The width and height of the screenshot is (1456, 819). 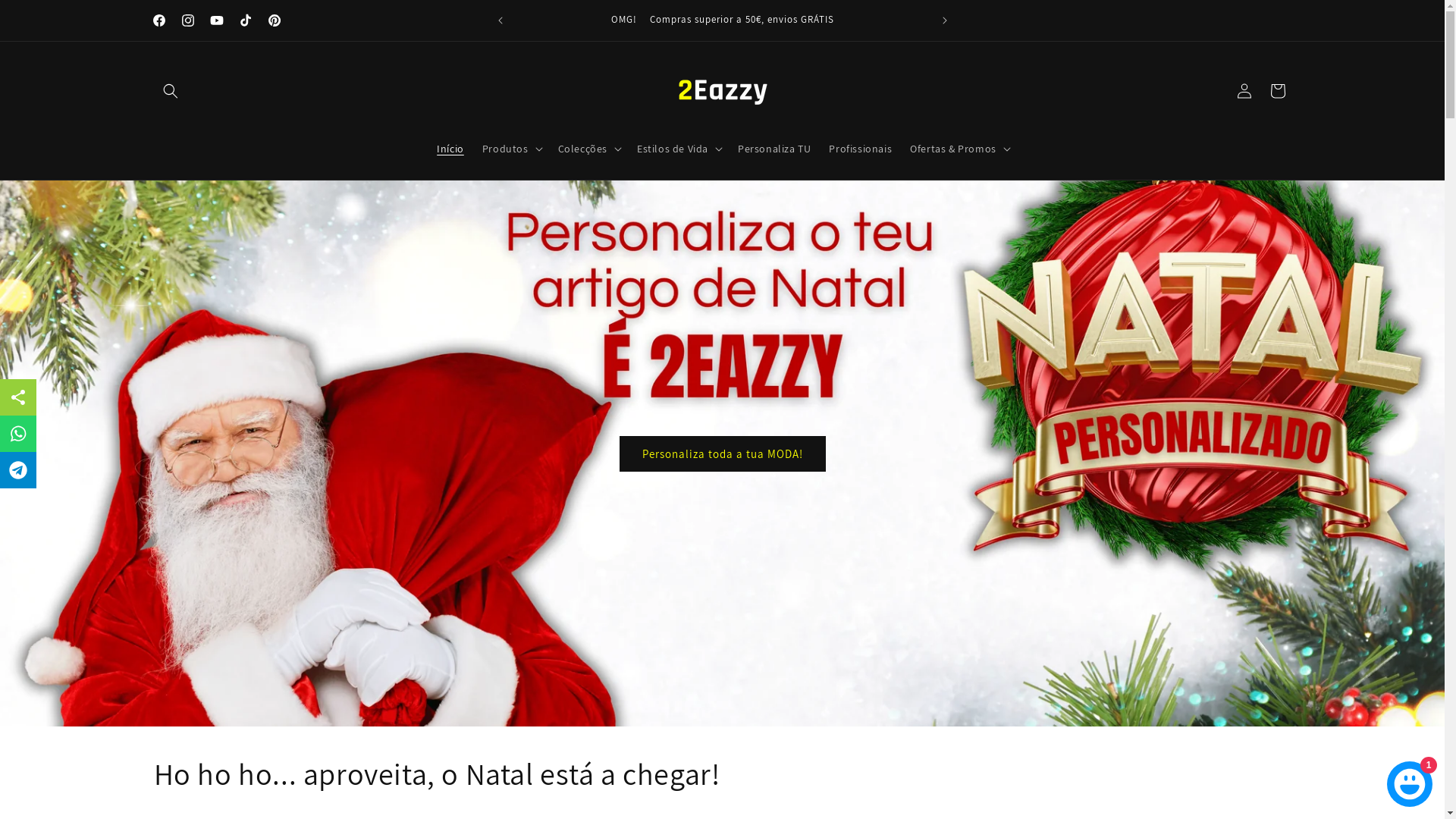 I want to click on 'Personaliza toda a tua MODA!', so click(x=720, y=453).